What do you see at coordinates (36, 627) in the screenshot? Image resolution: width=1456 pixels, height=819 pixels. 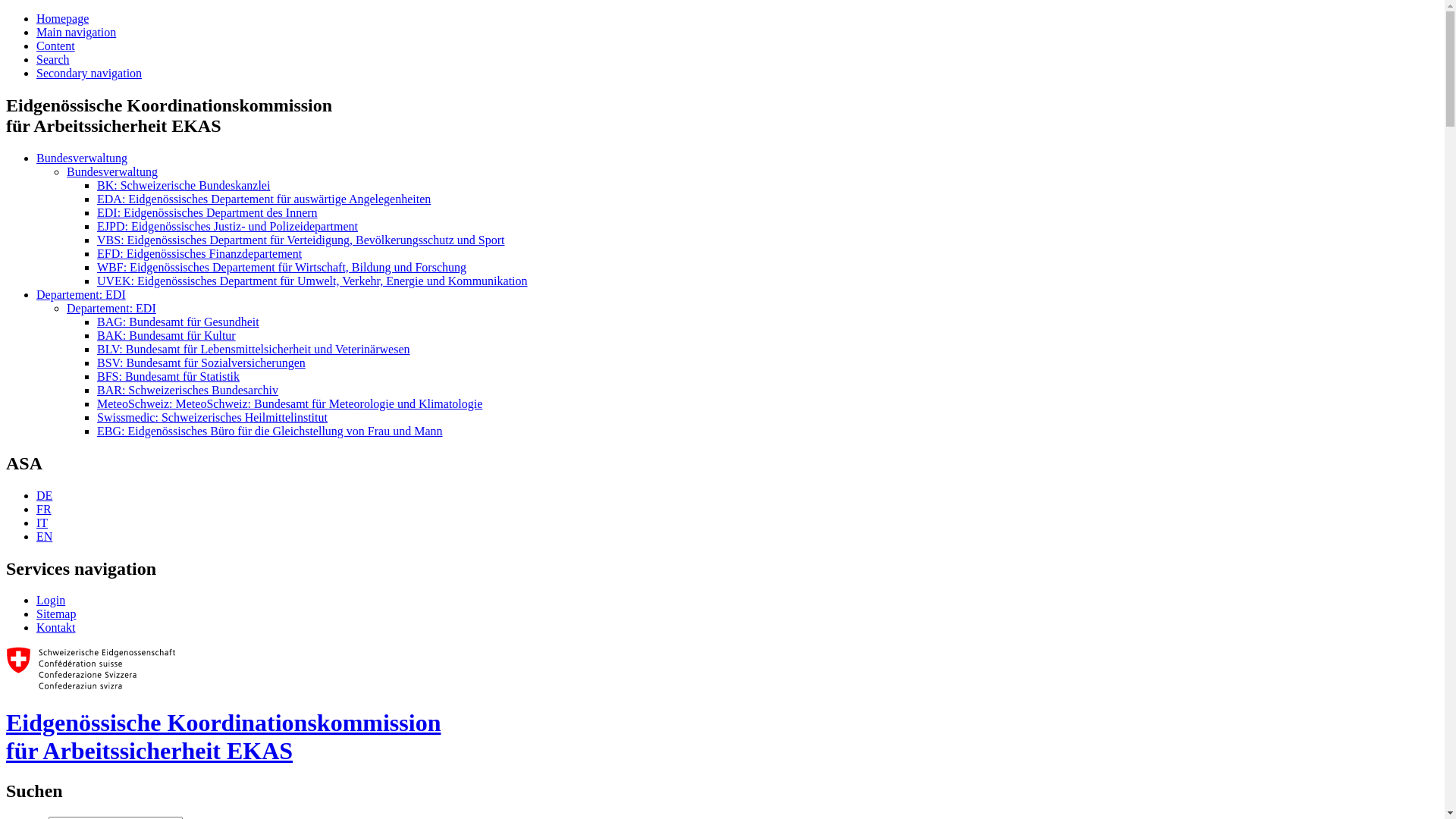 I see `'Kontakt'` at bounding box center [36, 627].